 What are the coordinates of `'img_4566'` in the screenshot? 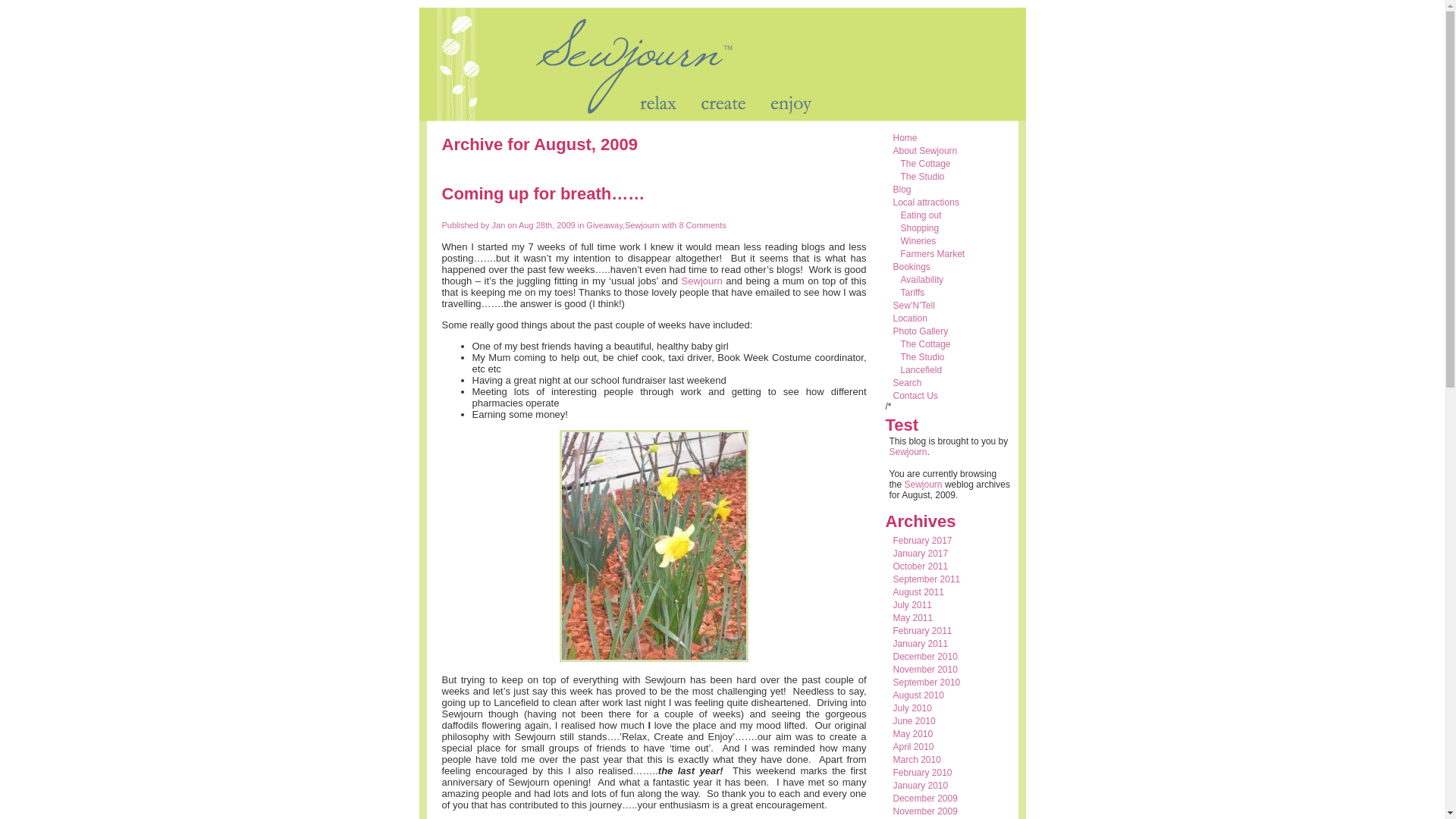 It's located at (654, 546).